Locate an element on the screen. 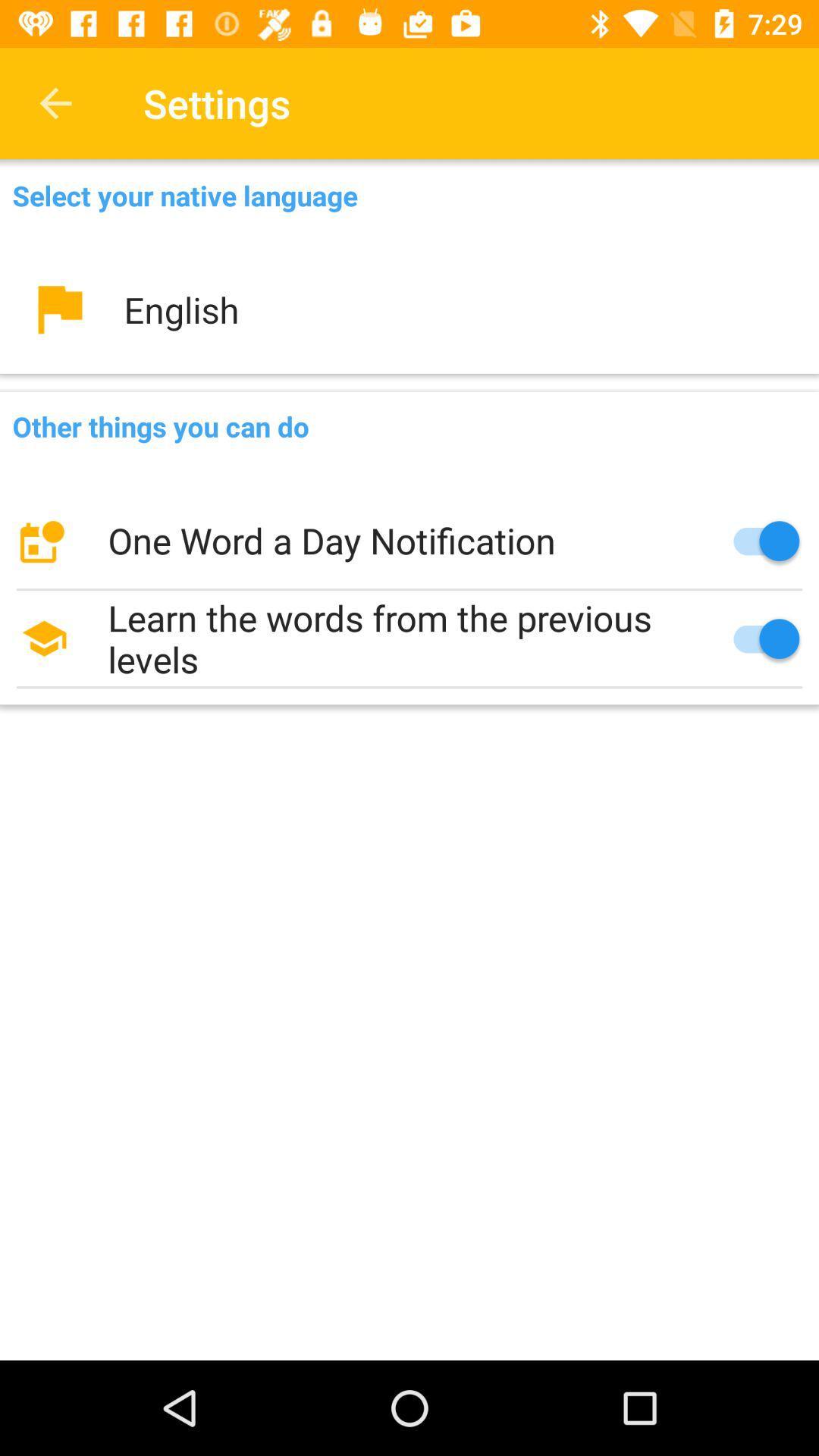  the icon next to settings icon is located at coordinates (55, 102).